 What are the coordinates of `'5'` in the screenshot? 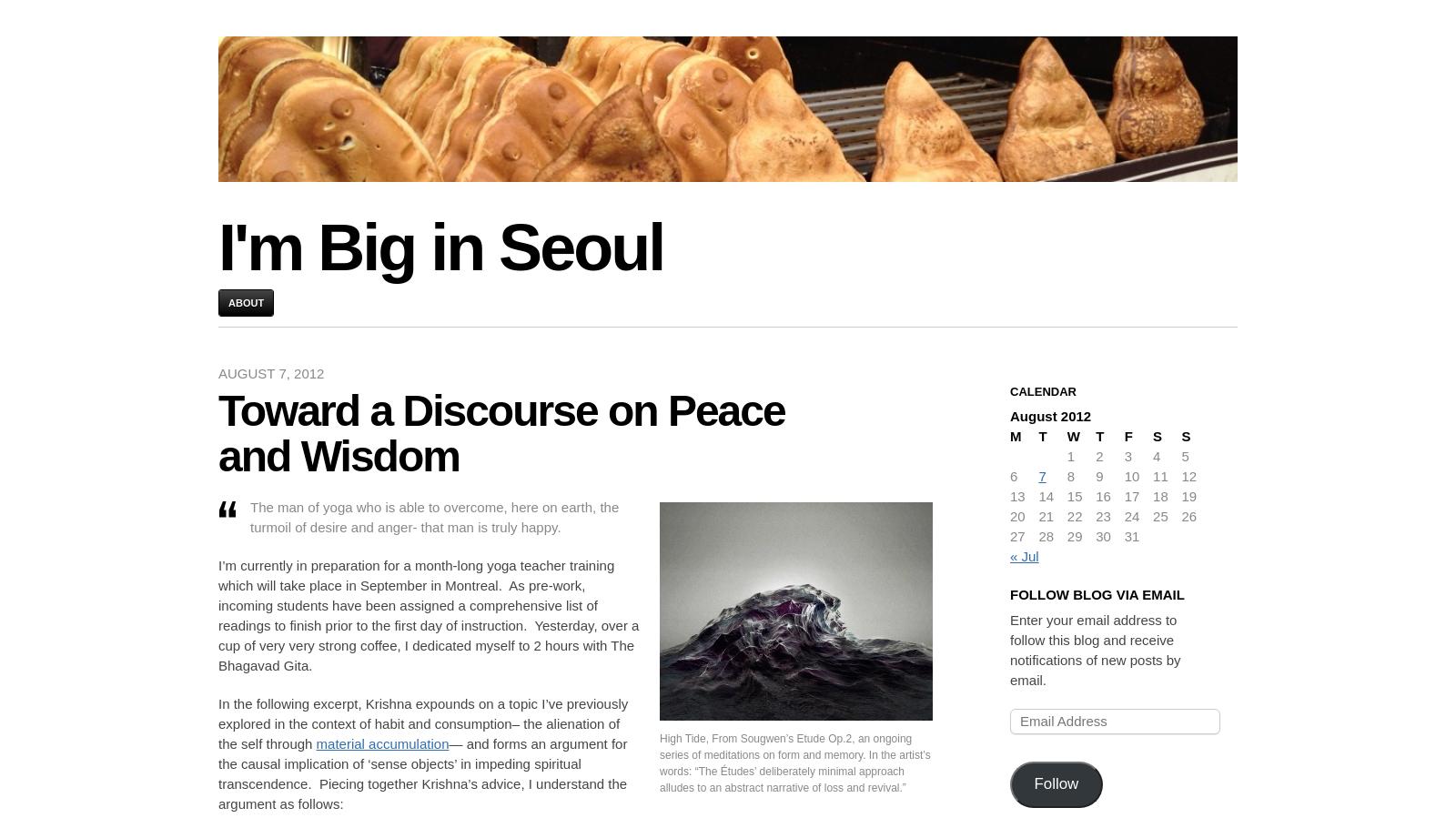 It's located at (1183, 456).